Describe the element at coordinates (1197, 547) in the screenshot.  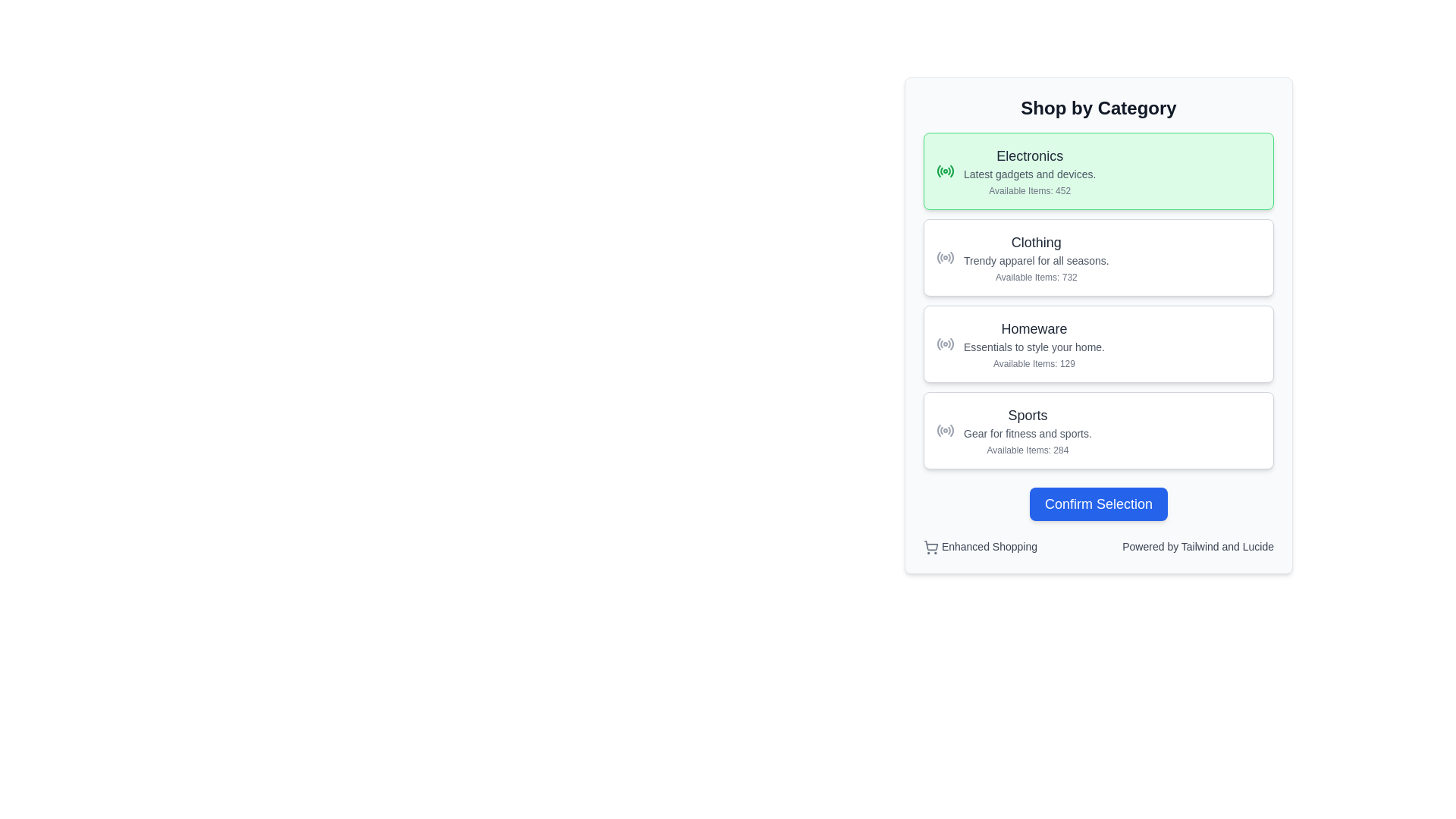
I see `the text label displaying 'Powered by Tailwind and Lucide', located at the bottom right corner of the interface` at that location.